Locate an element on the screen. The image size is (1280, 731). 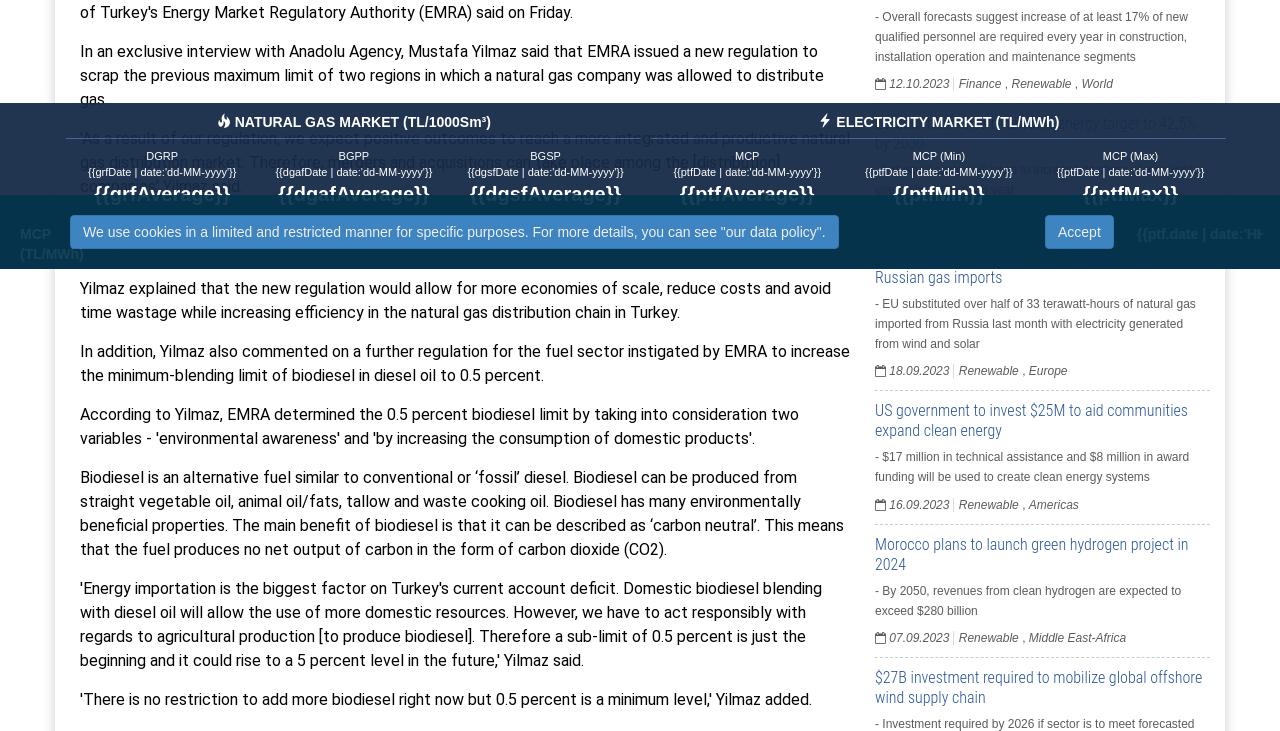
'{{dgsfAverage}}' is located at coordinates (545, 194).